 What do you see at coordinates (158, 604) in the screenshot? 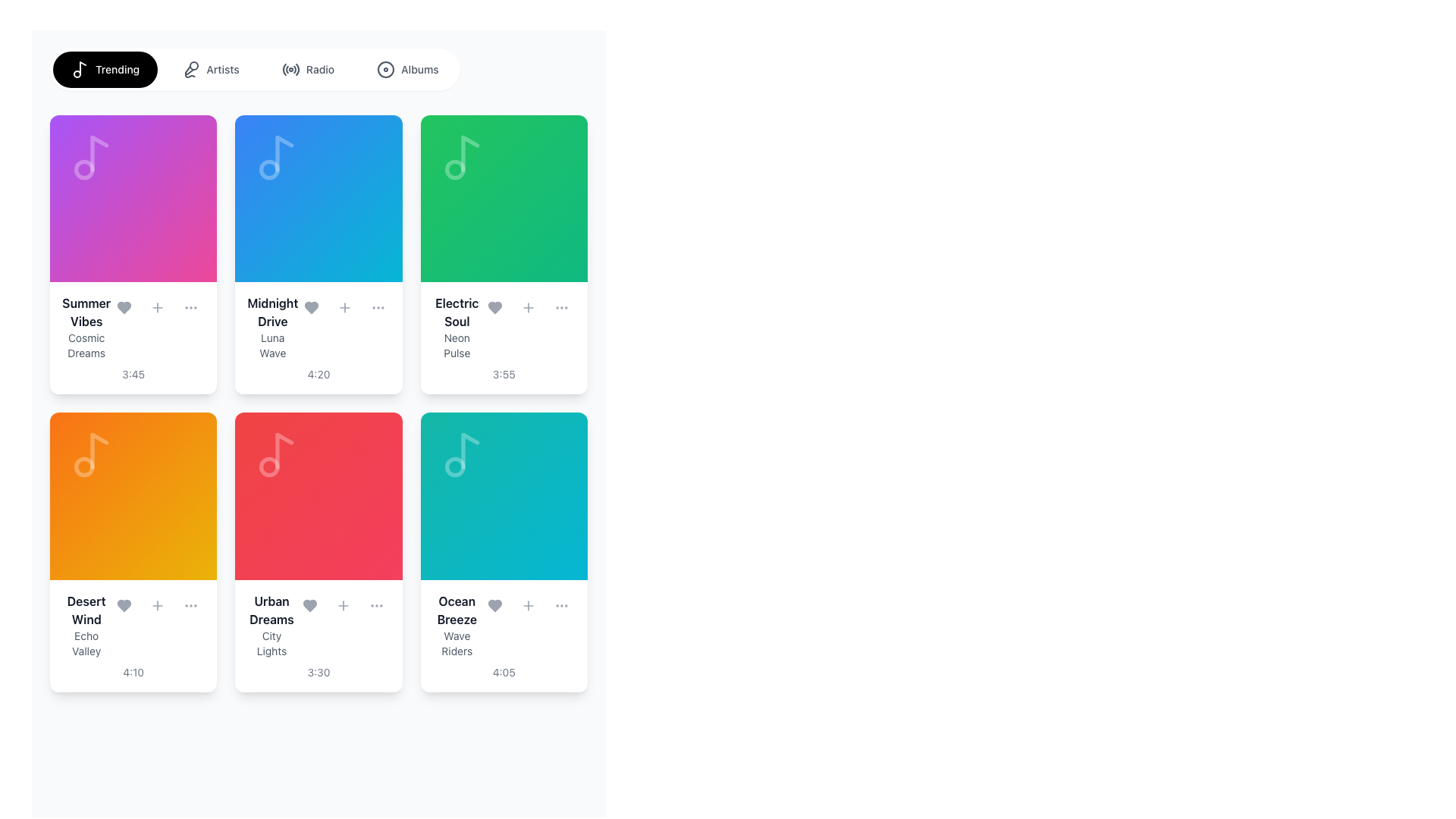
I see `the interactive button with a '+' symbol located below the song title 'Desert Wind'` at bounding box center [158, 604].